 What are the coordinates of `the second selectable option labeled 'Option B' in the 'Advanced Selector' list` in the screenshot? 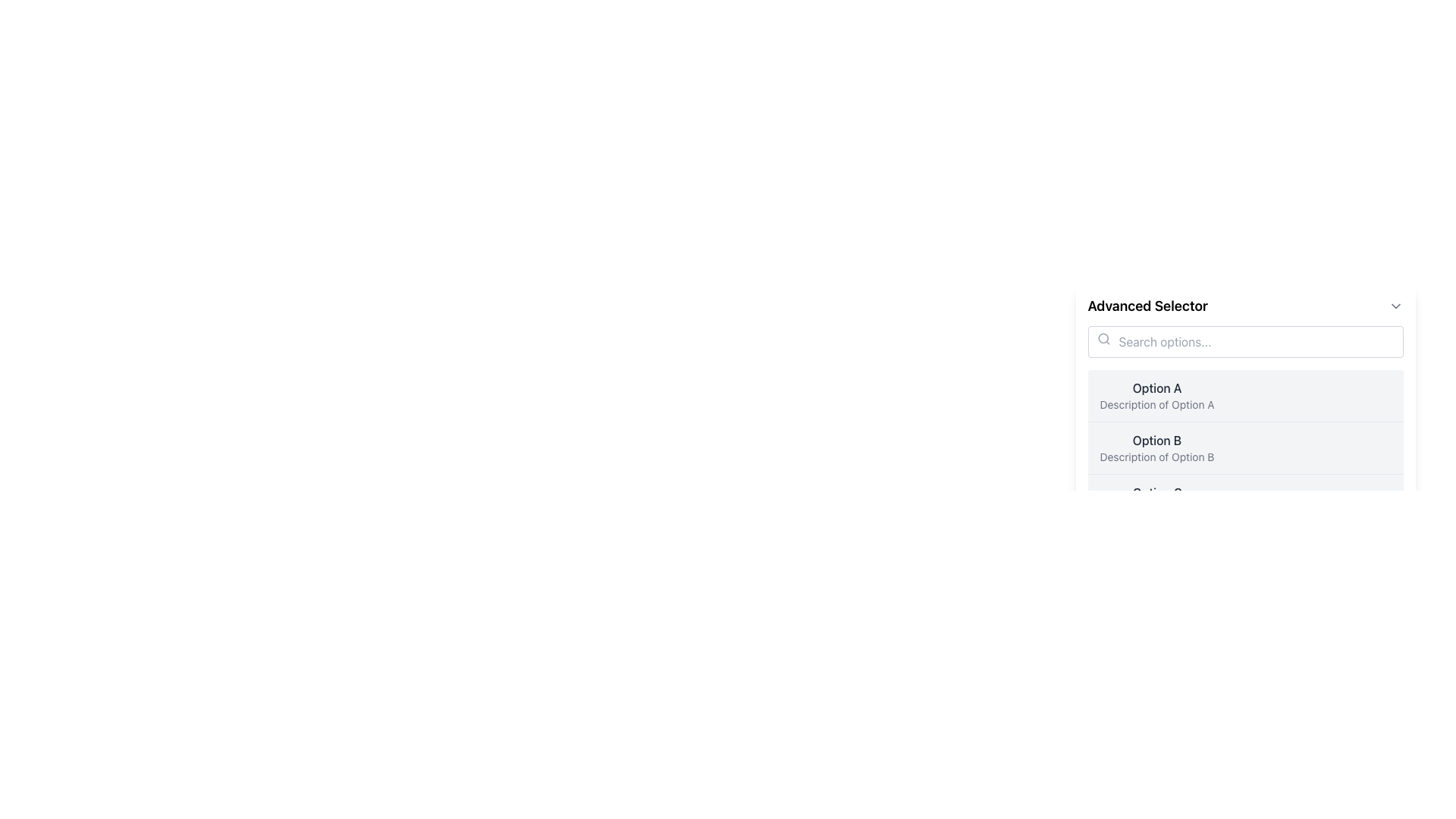 It's located at (1245, 447).